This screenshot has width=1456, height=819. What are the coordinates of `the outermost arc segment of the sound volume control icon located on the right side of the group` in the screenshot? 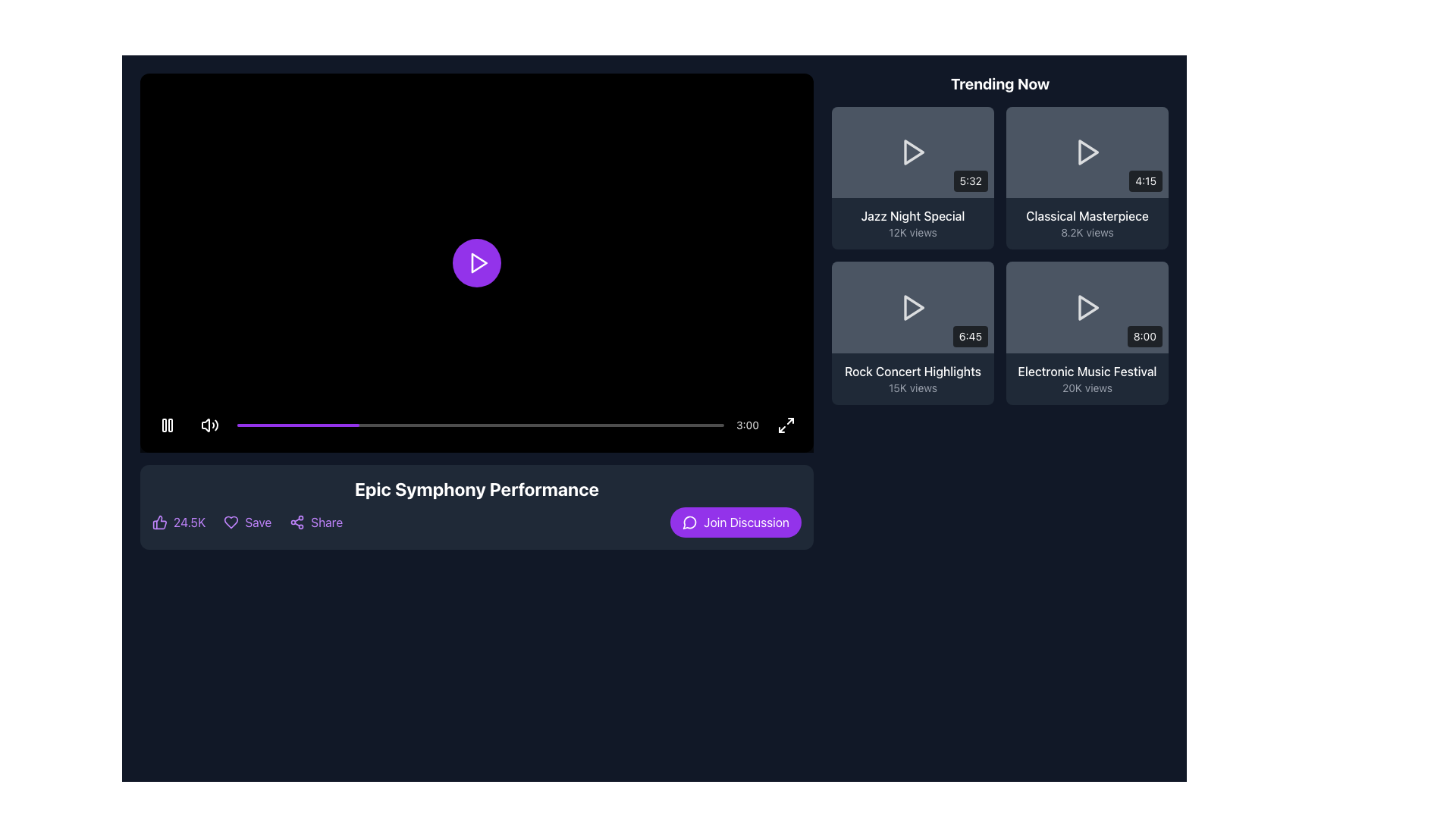 It's located at (215, 425).